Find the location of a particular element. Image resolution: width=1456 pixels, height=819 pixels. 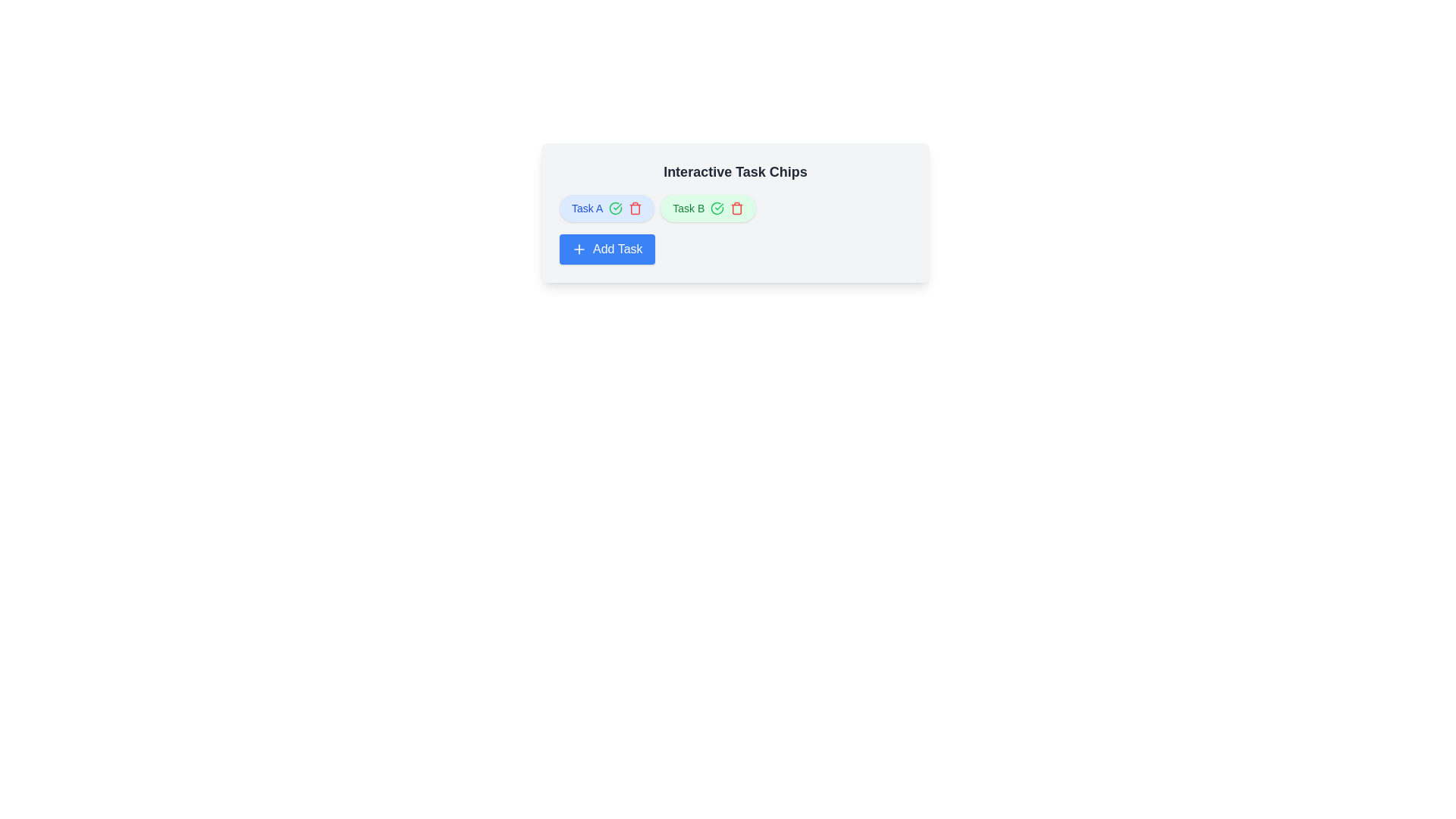

the confirmation button located to the right of the 'Task B' label to confirm the task is located at coordinates (717, 208).